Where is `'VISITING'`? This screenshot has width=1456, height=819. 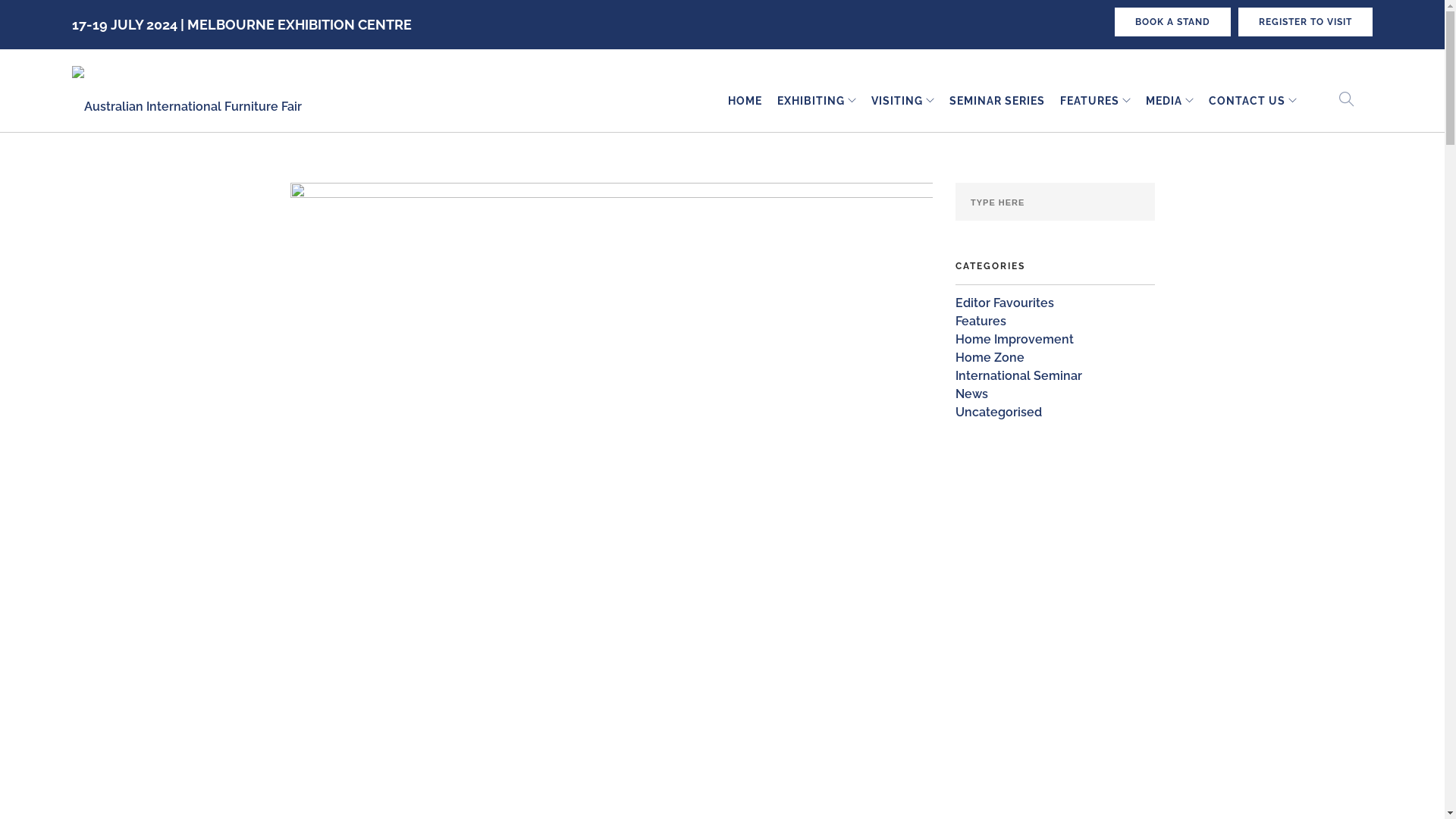
'VISITING' is located at coordinates (896, 101).